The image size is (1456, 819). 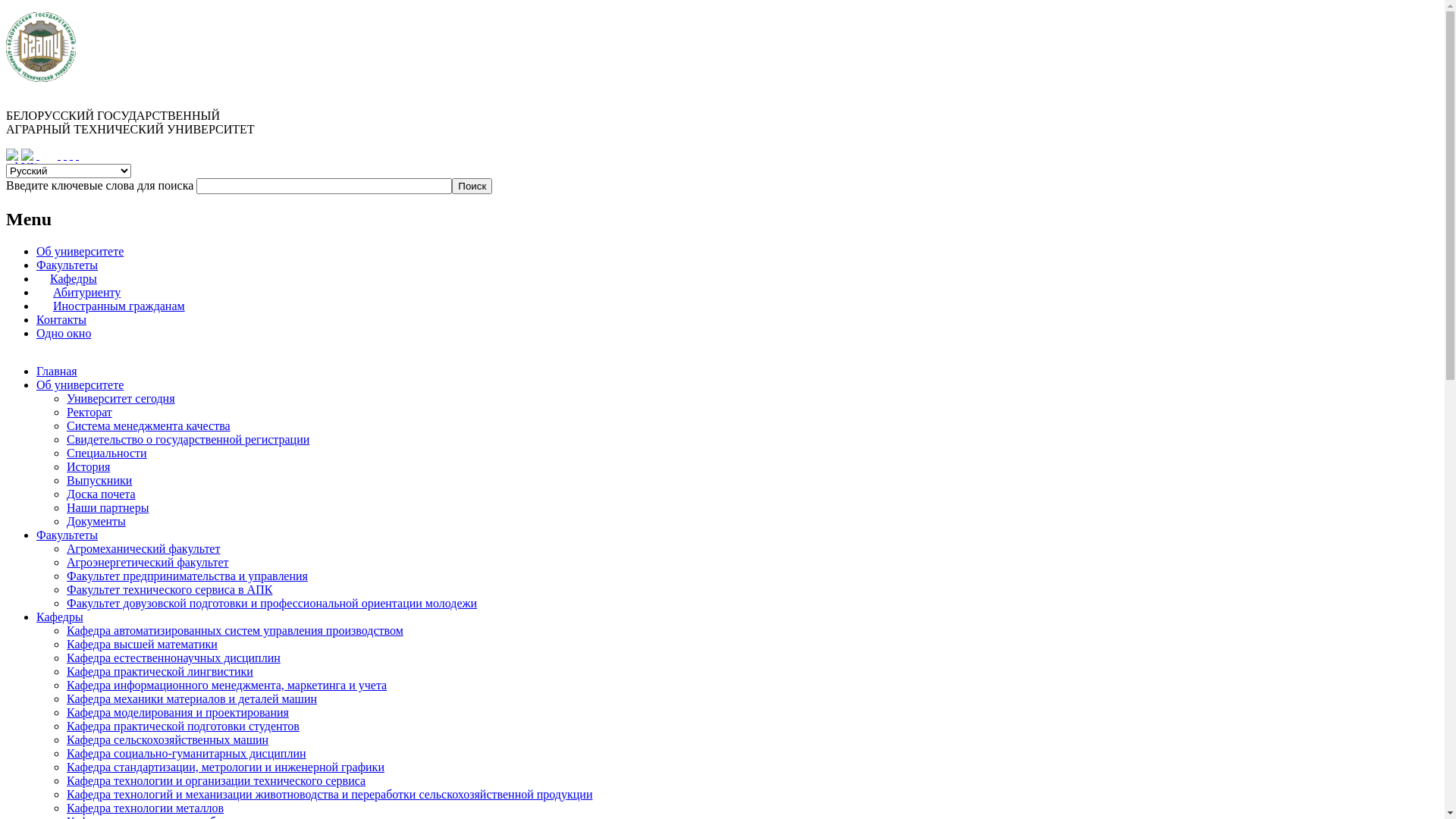 I want to click on ' ', so click(x=64, y=155).